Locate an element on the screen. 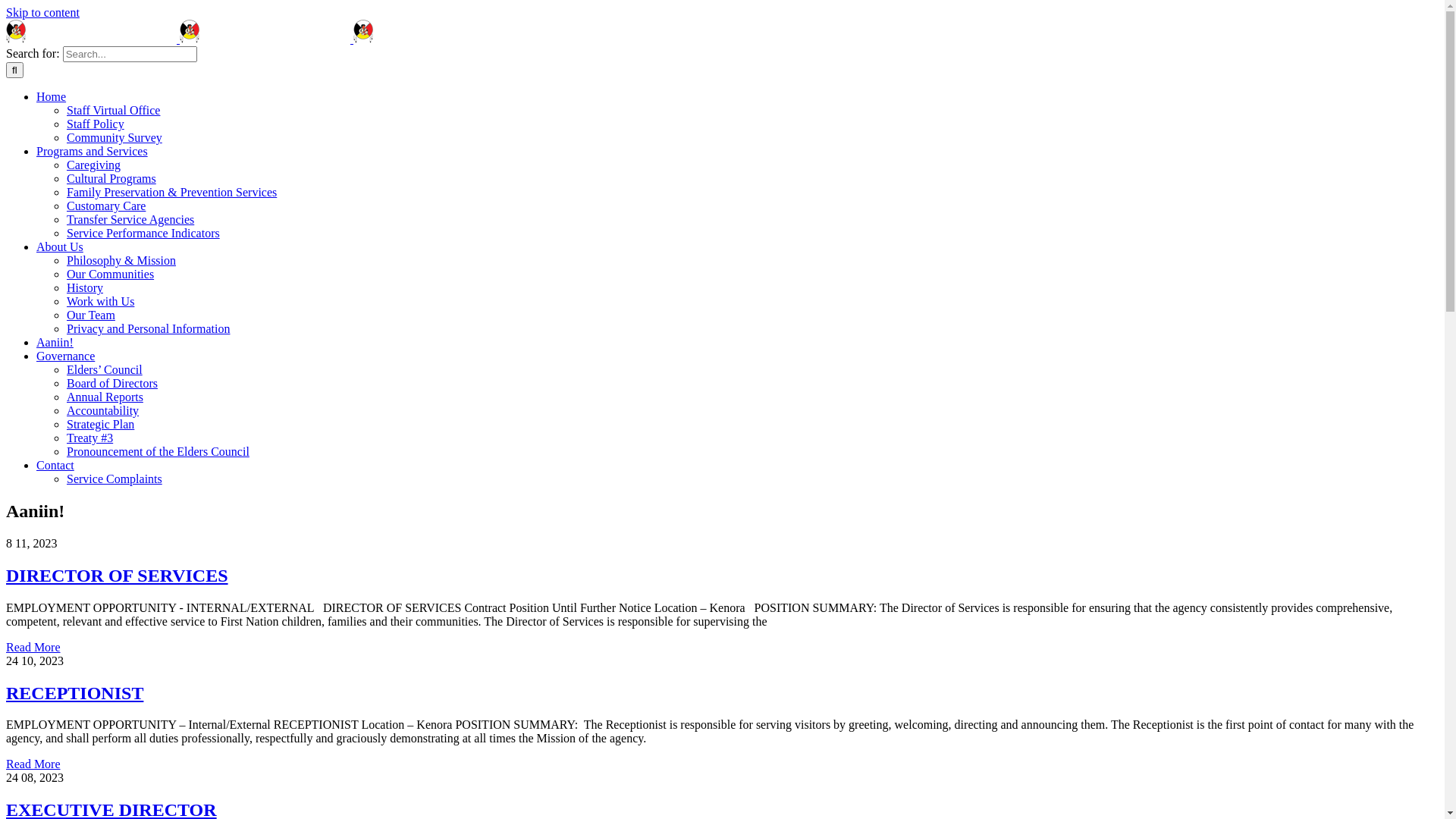 The height and width of the screenshot is (819, 1456). 'Read More' is located at coordinates (33, 764).